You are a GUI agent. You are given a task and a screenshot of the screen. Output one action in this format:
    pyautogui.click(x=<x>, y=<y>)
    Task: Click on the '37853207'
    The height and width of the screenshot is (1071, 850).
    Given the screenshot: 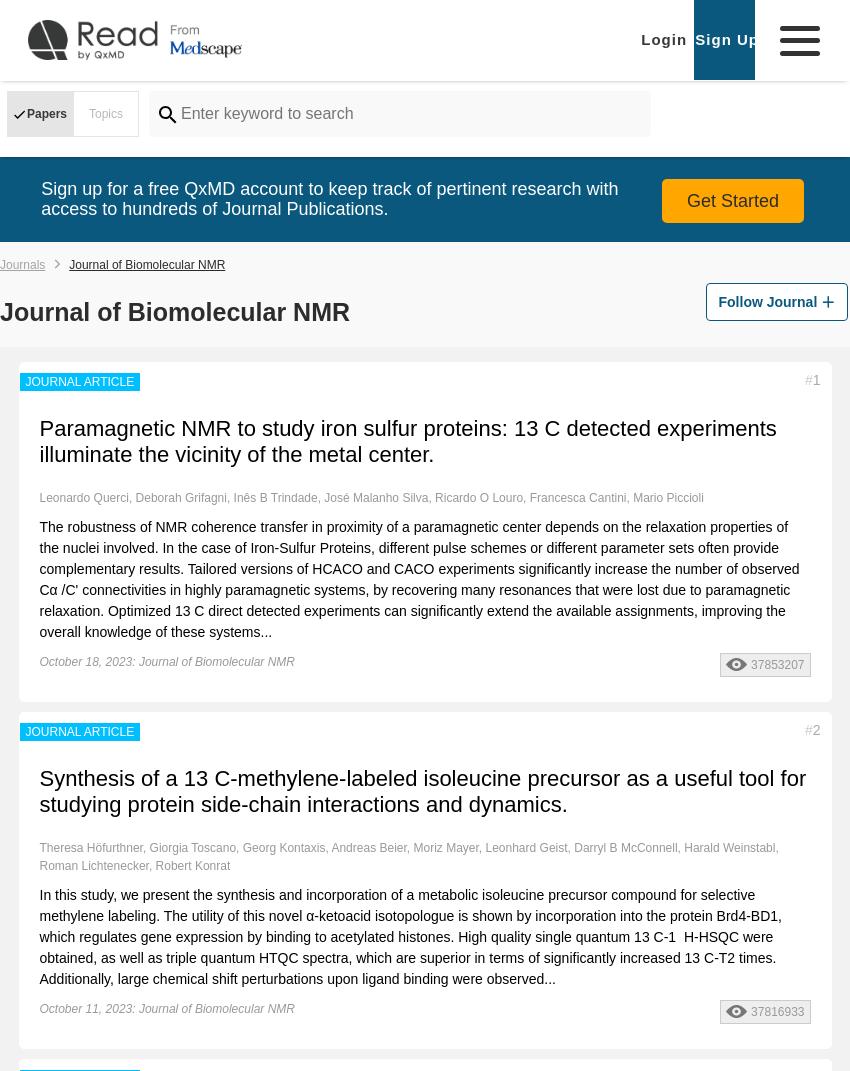 What is the action you would take?
    pyautogui.click(x=776, y=663)
    